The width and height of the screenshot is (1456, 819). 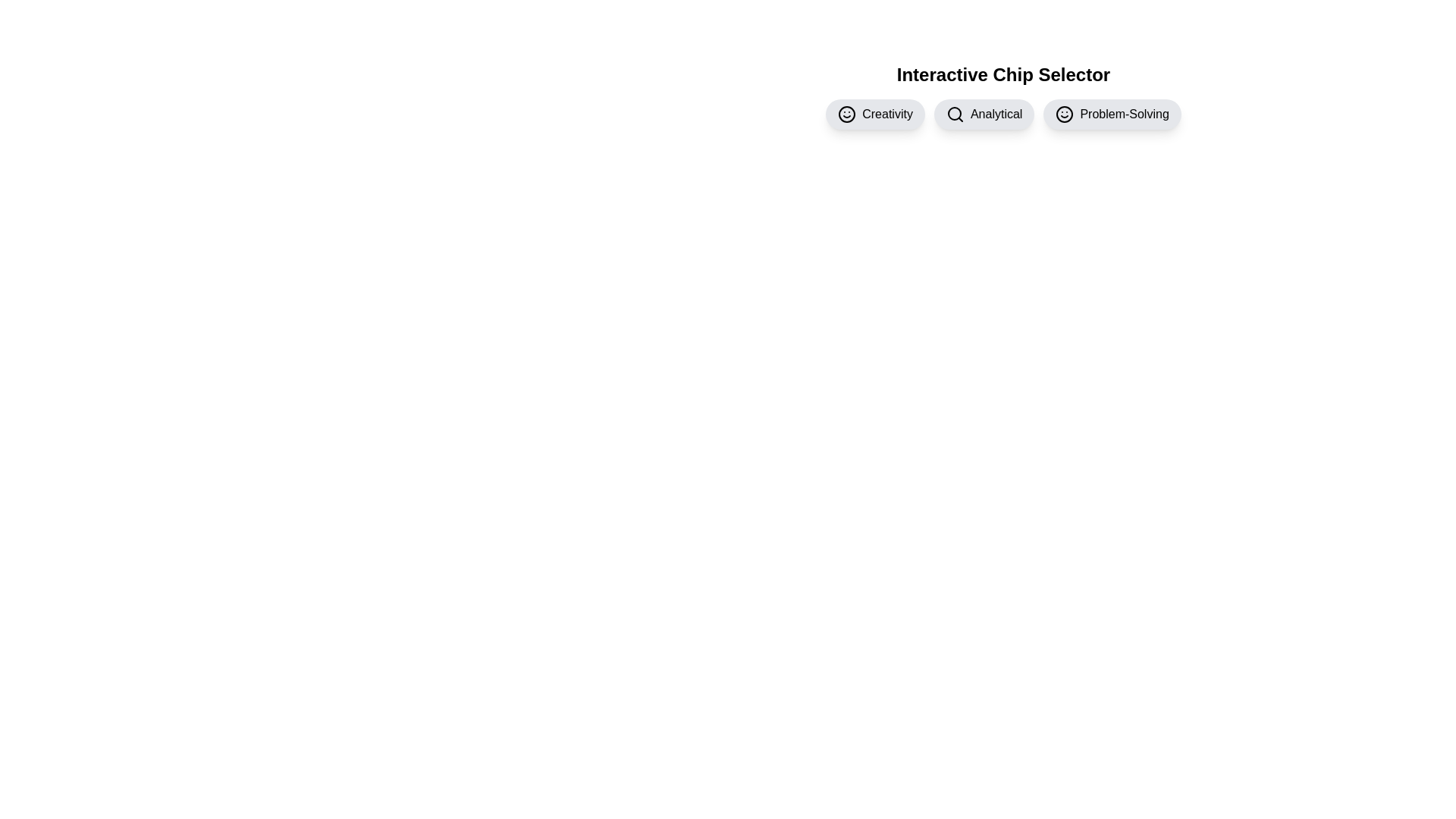 What do you see at coordinates (875, 113) in the screenshot?
I see `the chip labeled Creativity by clicking on it` at bounding box center [875, 113].